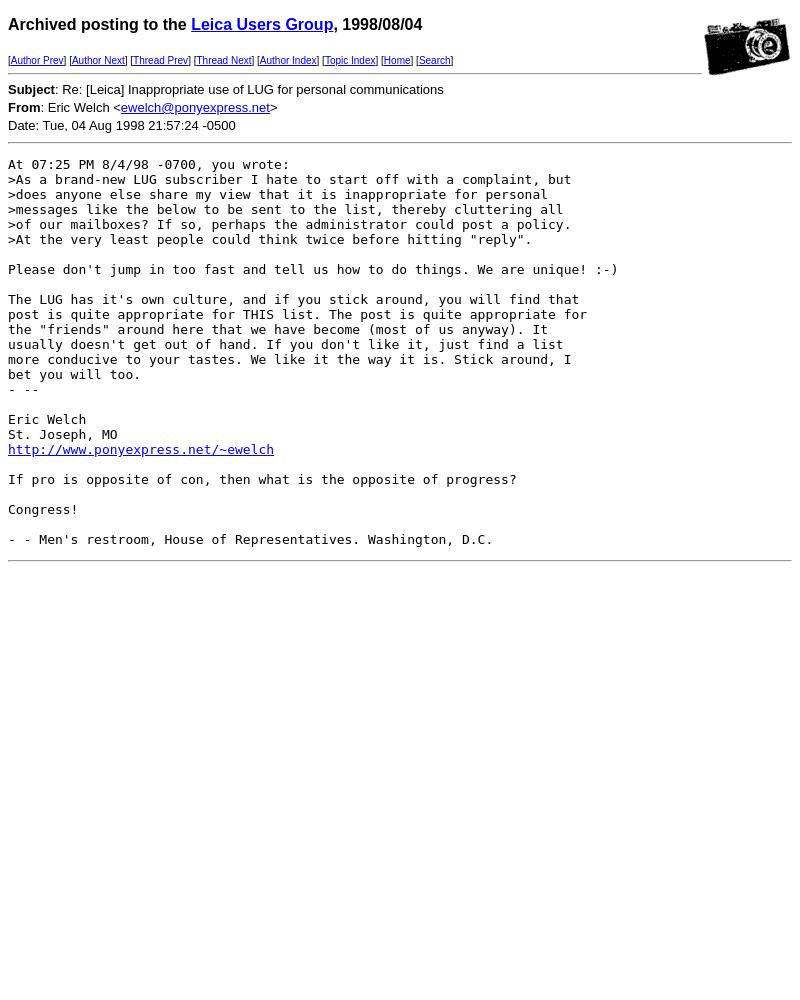  Describe the element at coordinates (193, 106) in the screenshot. I see `'ewelch@ponyexpress.net'` at that location.